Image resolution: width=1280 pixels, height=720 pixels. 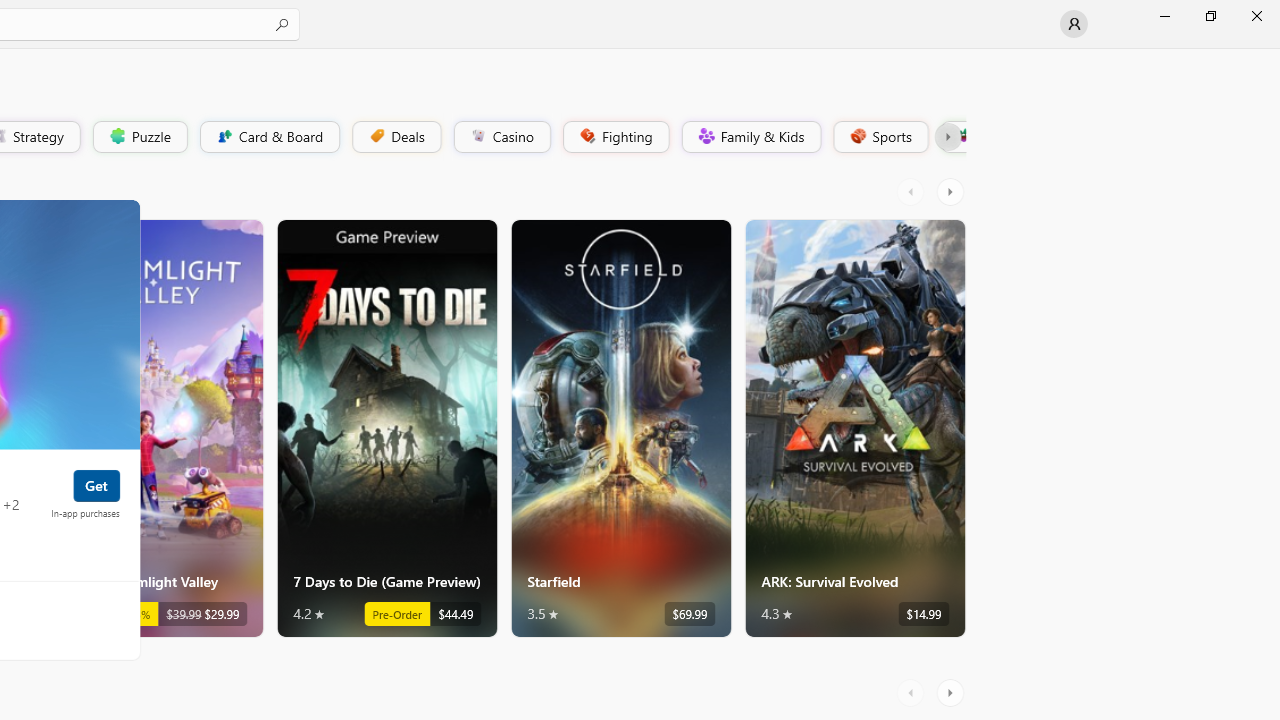 I want to click on 'Close Microsoft Store', so click(x=1255, y=15).